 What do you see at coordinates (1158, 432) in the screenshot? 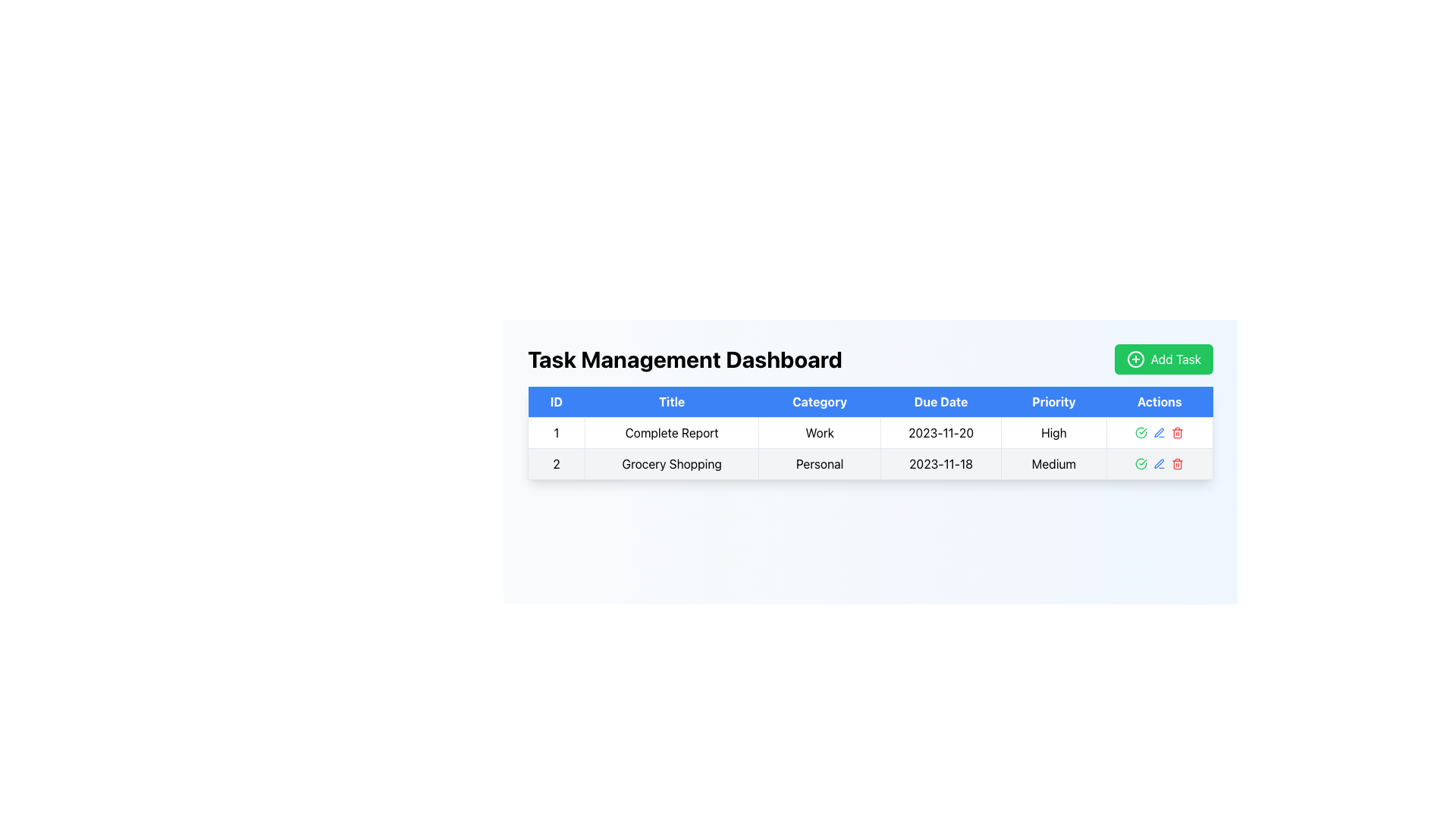
I see `the edit icon button located in the Actions section of the task management table to modify task details` at bounding box center [1158, 432].